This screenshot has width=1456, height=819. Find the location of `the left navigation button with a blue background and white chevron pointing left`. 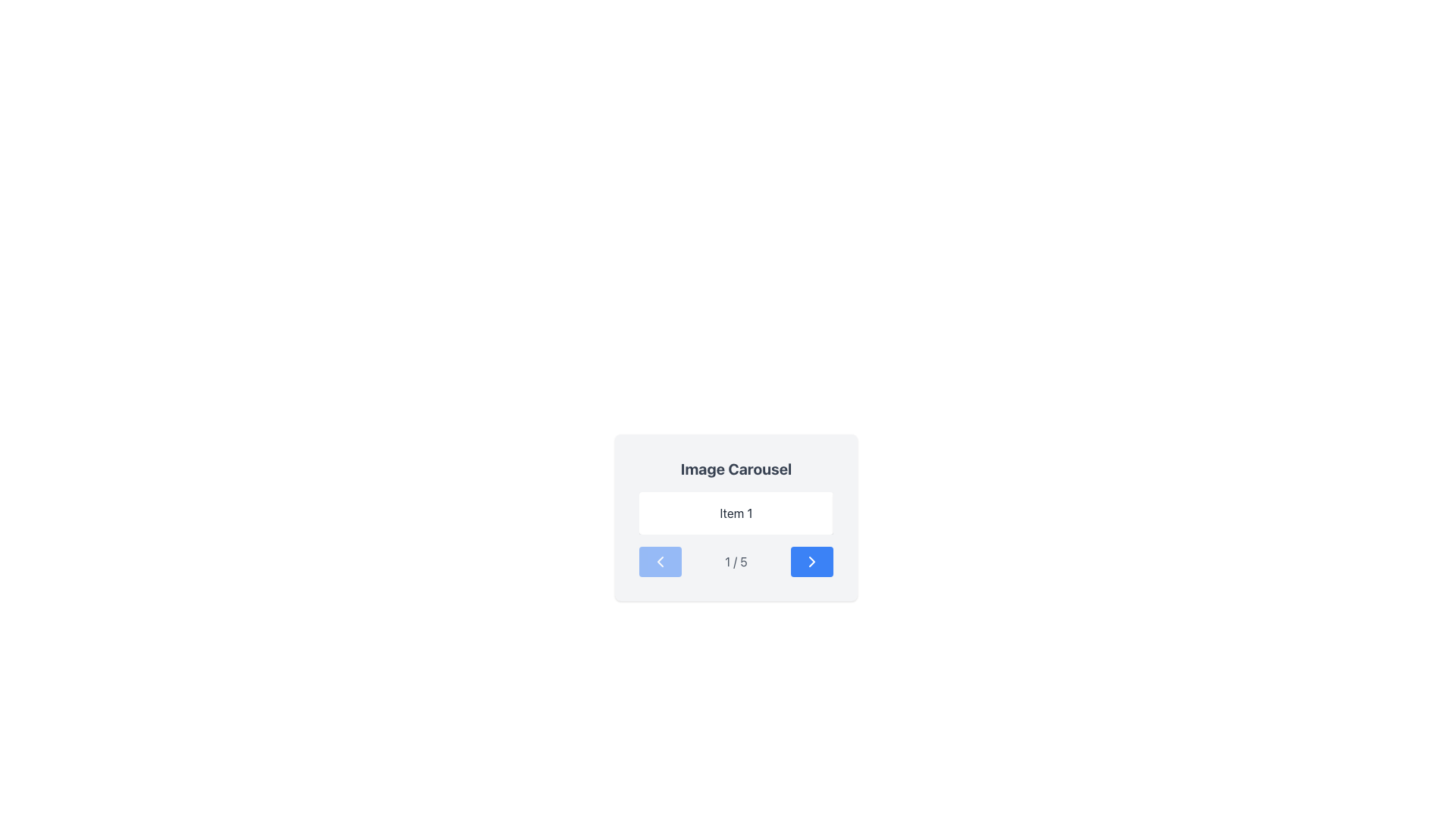

the left navigation button with a blue background and white chevron pointing left is located at coordinates (660, 561).